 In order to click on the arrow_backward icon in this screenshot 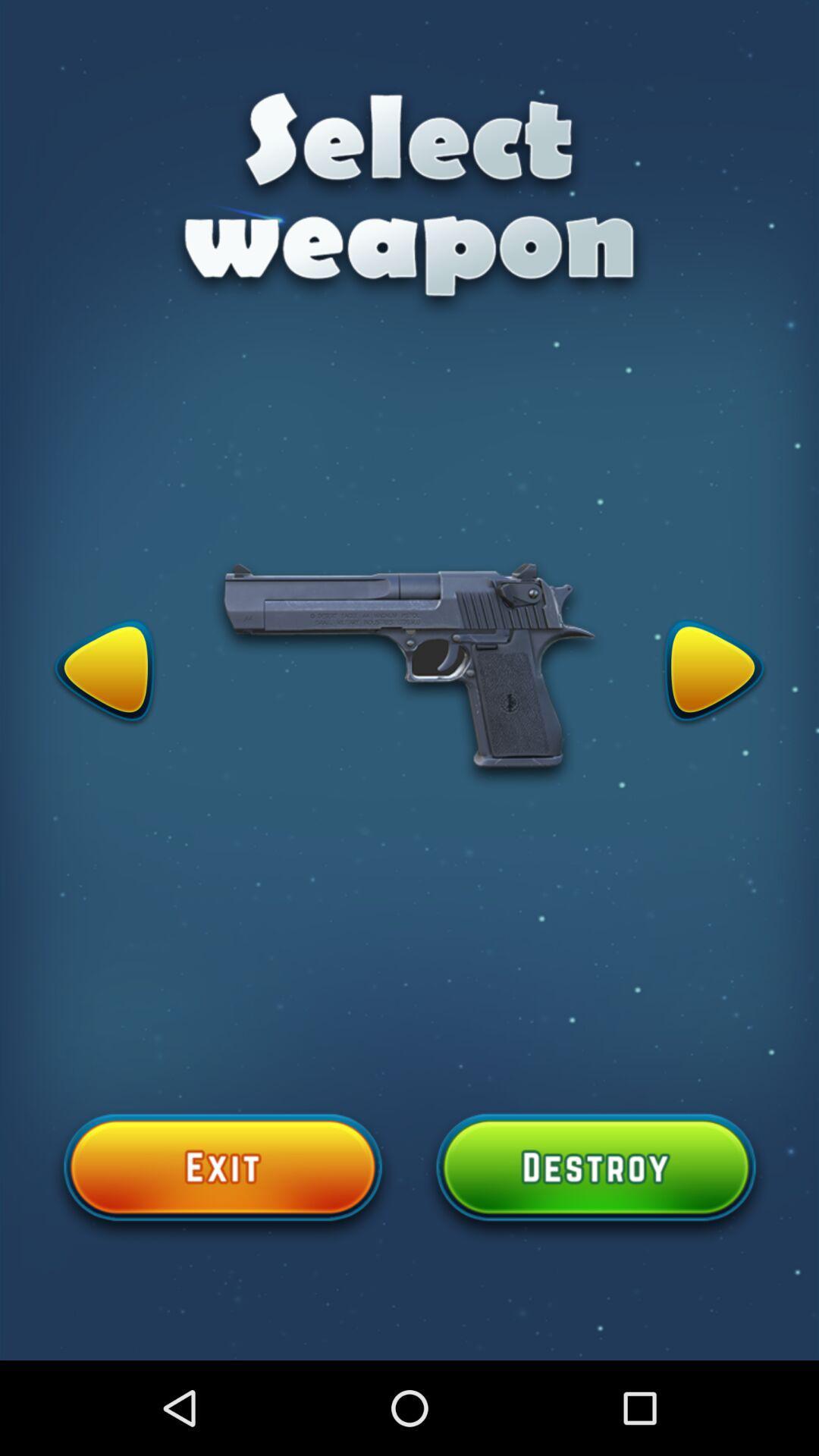, I will do `click(104, 720)`.